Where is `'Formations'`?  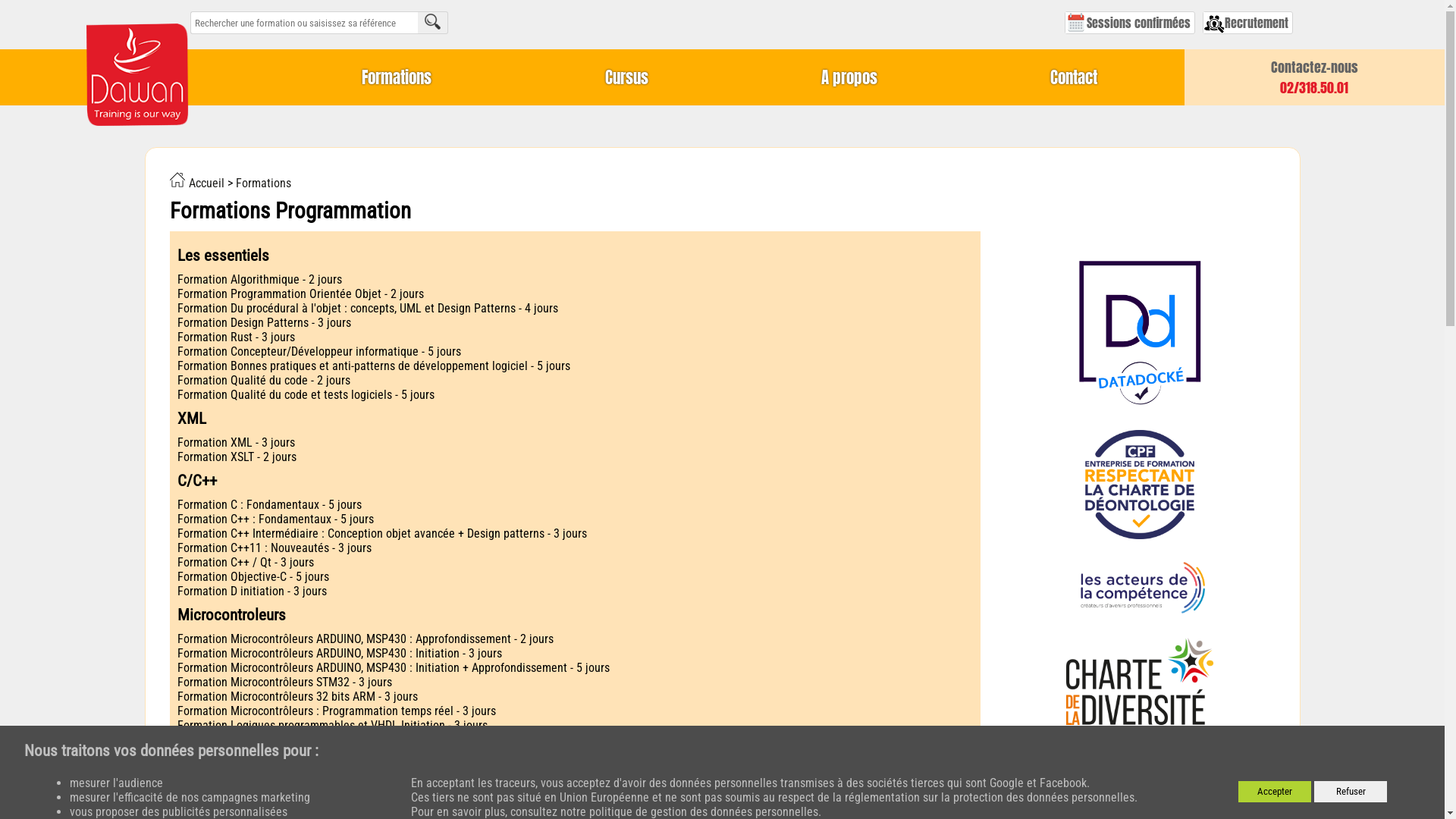 'Formations' is located at coordinates (397, 77).